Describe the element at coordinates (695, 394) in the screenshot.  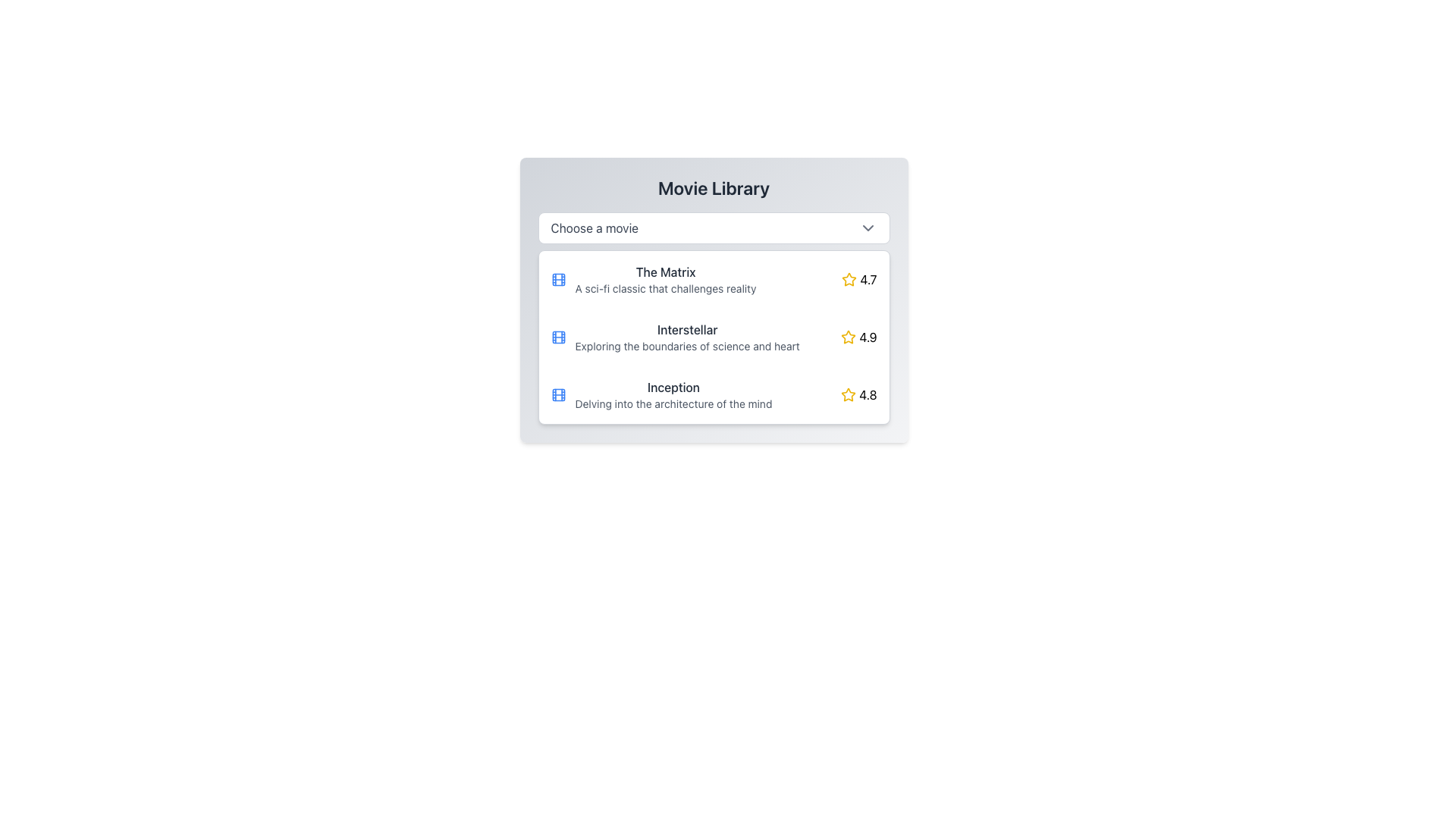
I see `the text label displaying 'Inception'` at that location.